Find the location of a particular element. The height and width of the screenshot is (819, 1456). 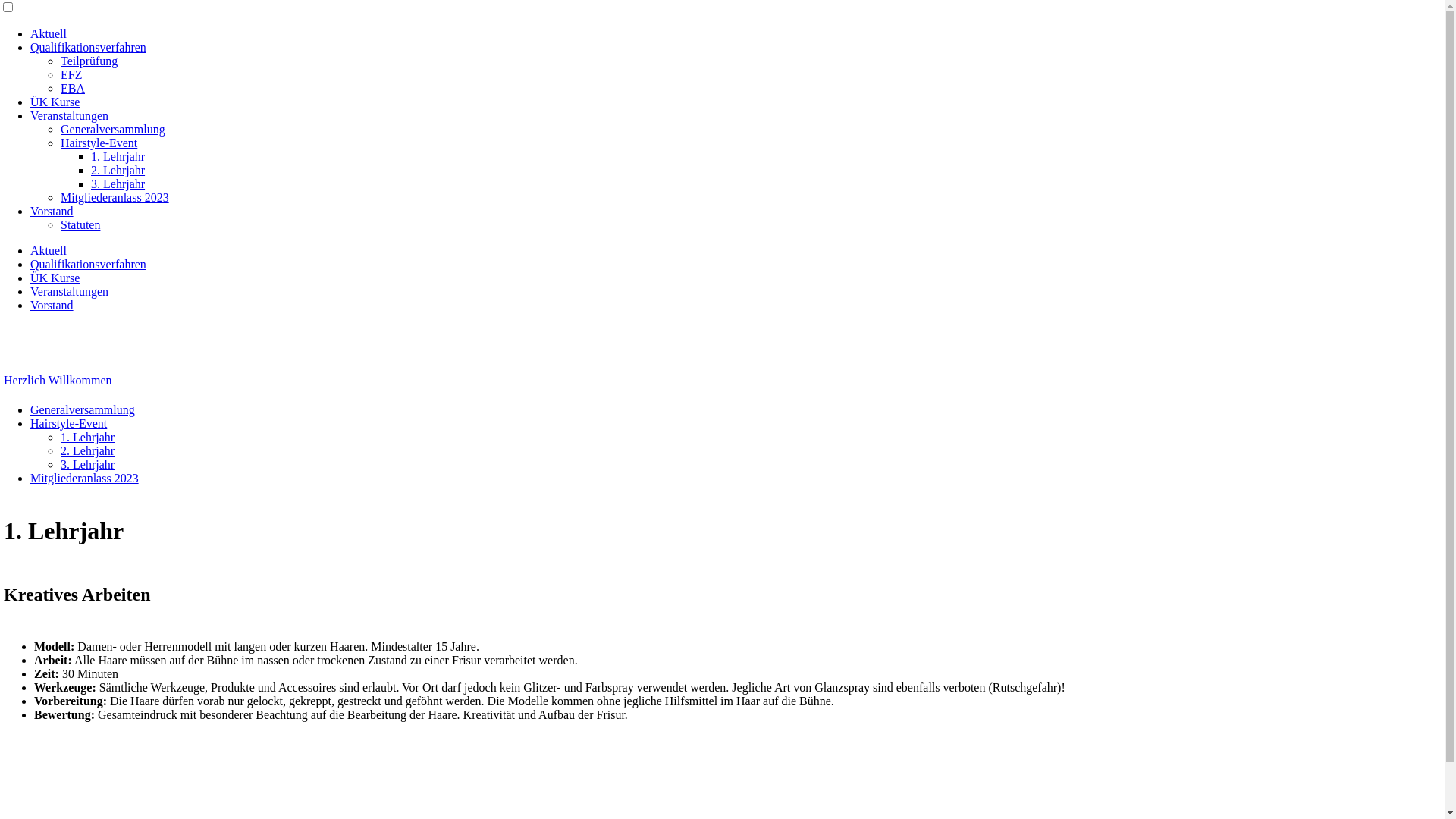

'Vorstand' is located at coordinates (52, 305).